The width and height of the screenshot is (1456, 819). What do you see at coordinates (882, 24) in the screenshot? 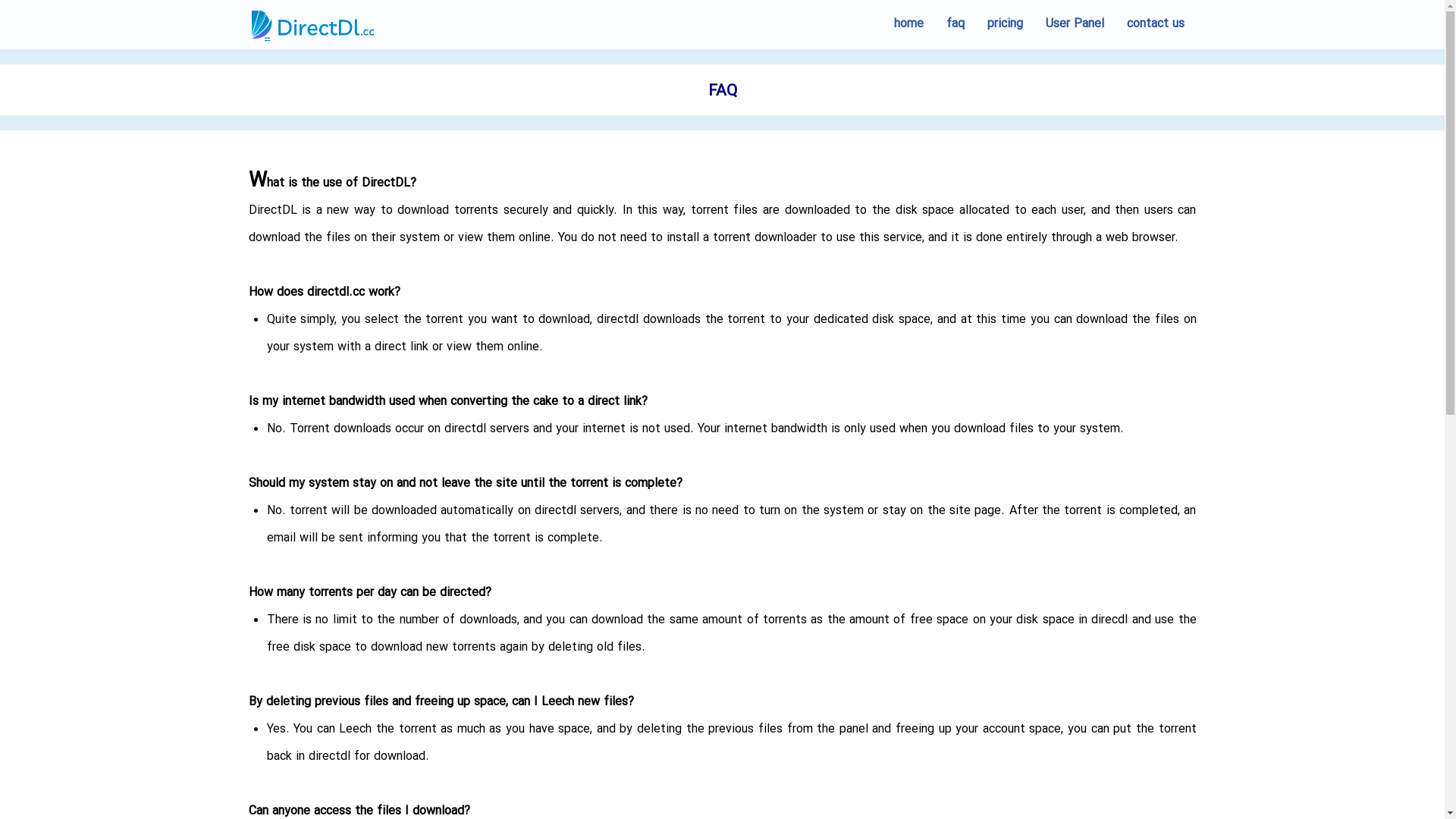
I see `'home'` at bounding box center [882, 24].